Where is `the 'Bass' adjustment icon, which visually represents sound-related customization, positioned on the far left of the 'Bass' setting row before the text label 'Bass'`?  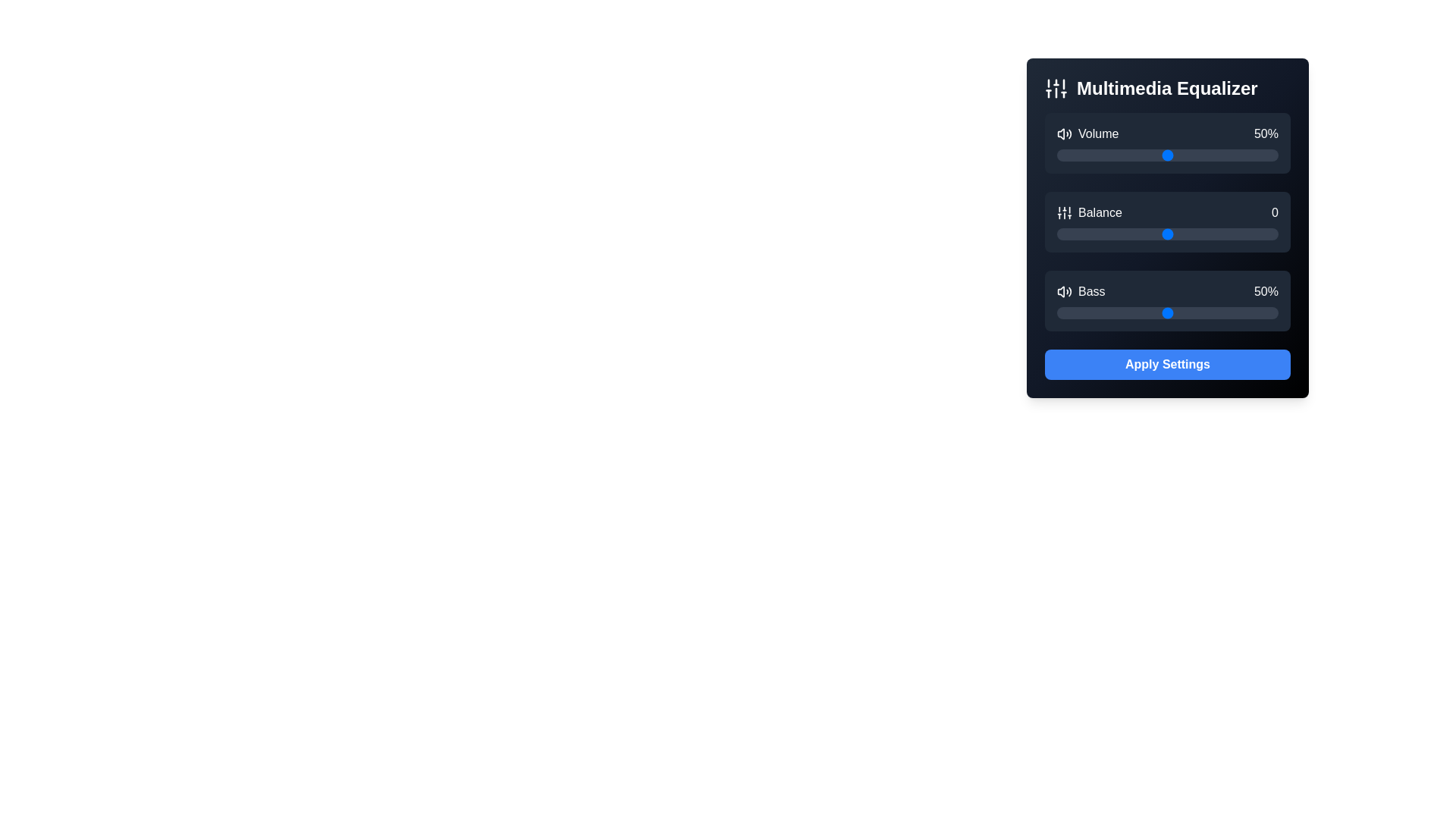
the 'Bass' adjustment icon, which visually represents sound-related customization, positioned on the far left of the 'Bass' setting row before the text label 'Bass' is located at coordinates (1063, 292).